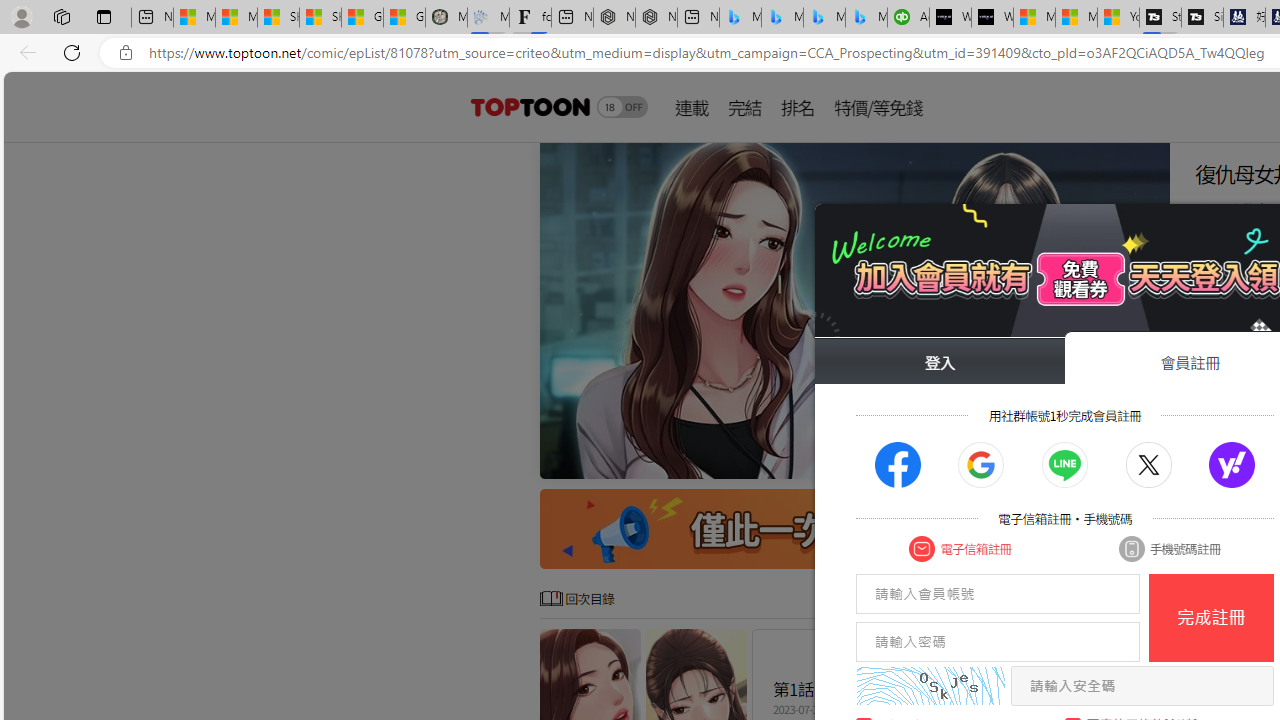  I want to click on 'captcha', so click(929, 685).